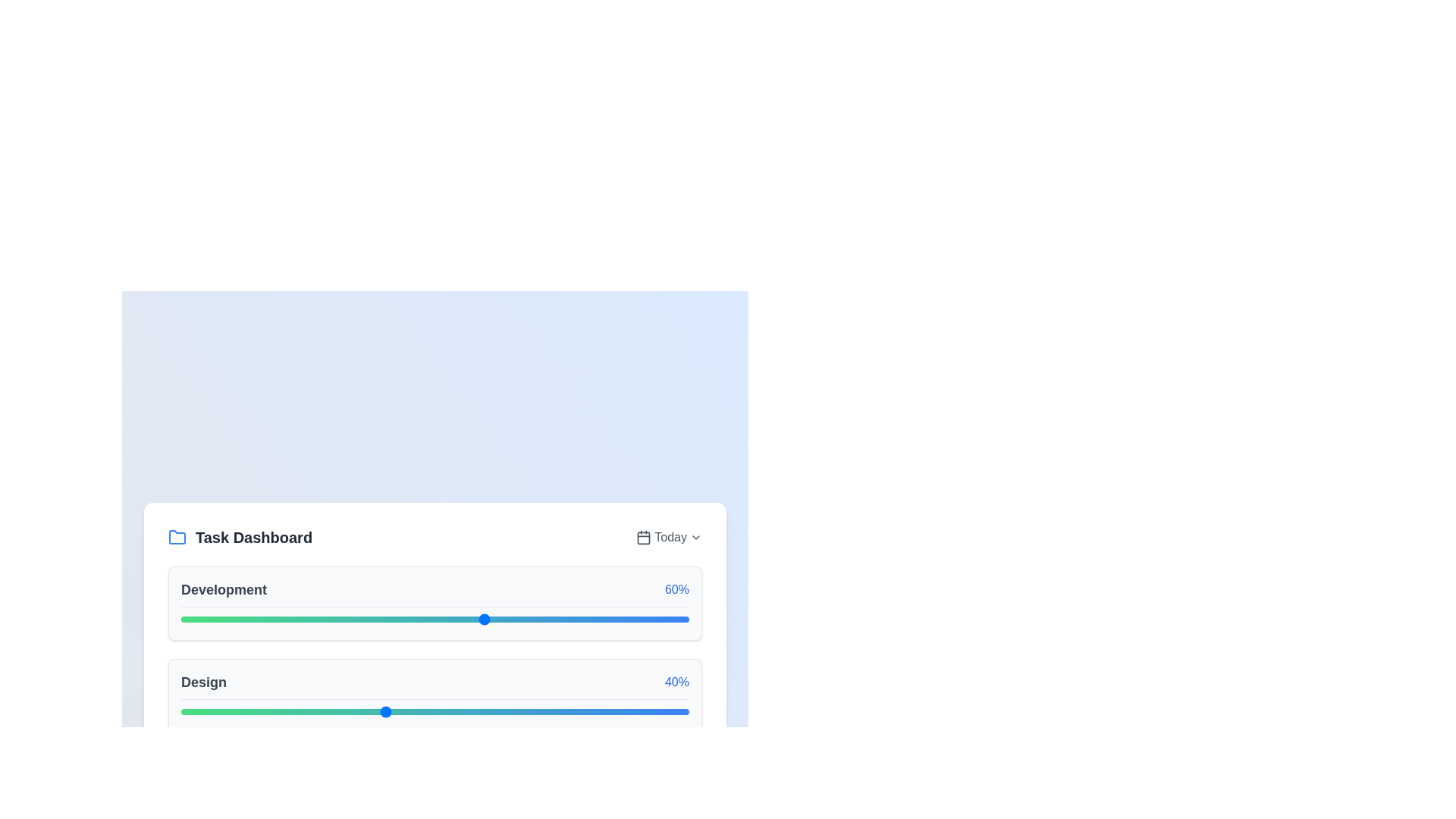 This screenshot has width=1456, height=819. Describe the element at coordinates (676, 681) in the screenshot. I see `the progress percentage text label indicating the completion level of the 'Design' task` at that location.